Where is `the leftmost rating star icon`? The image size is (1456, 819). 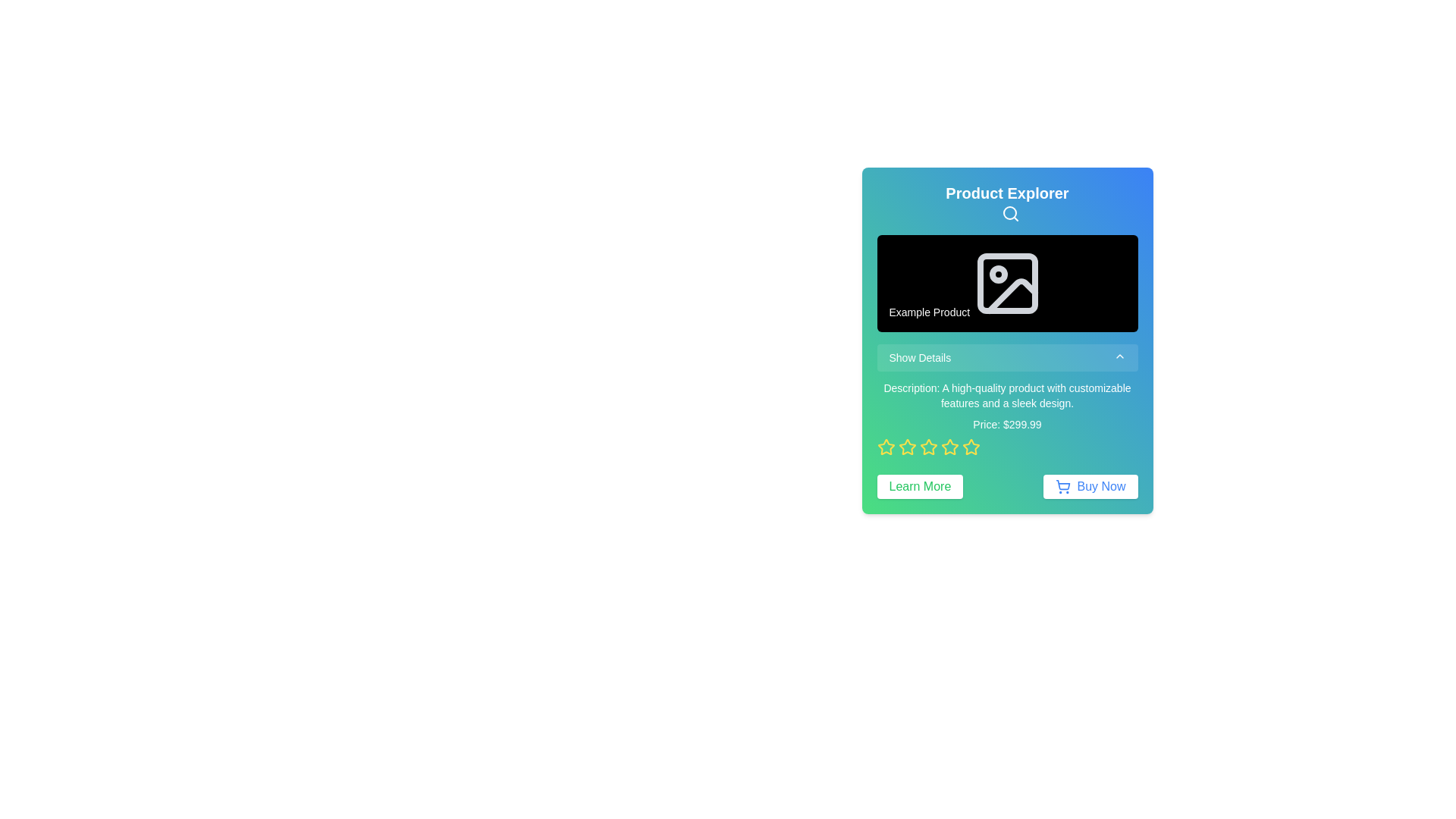
the leftmost rating star icon is located at coordinates (886, 446).